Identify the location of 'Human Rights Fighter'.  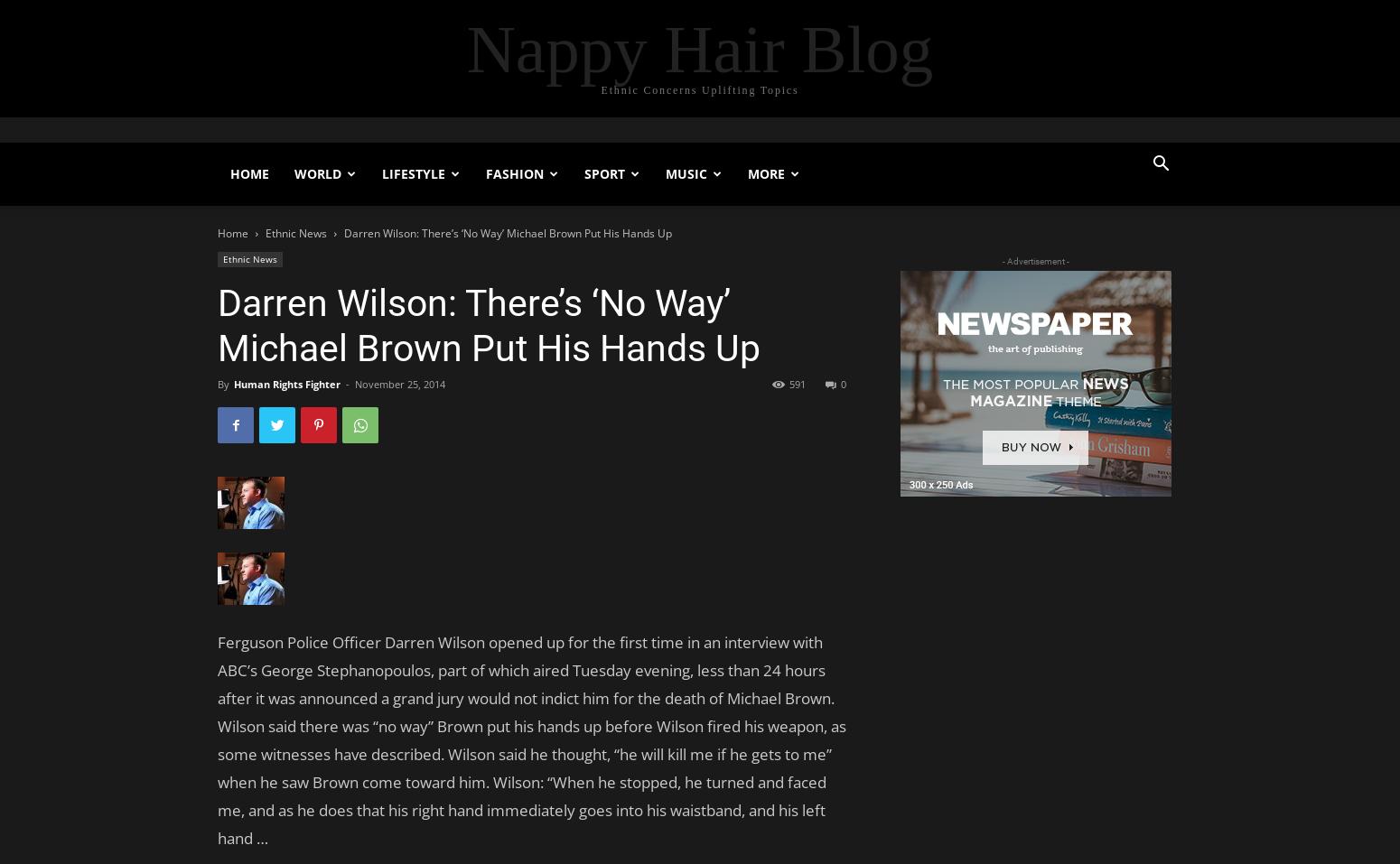
(234, 383).